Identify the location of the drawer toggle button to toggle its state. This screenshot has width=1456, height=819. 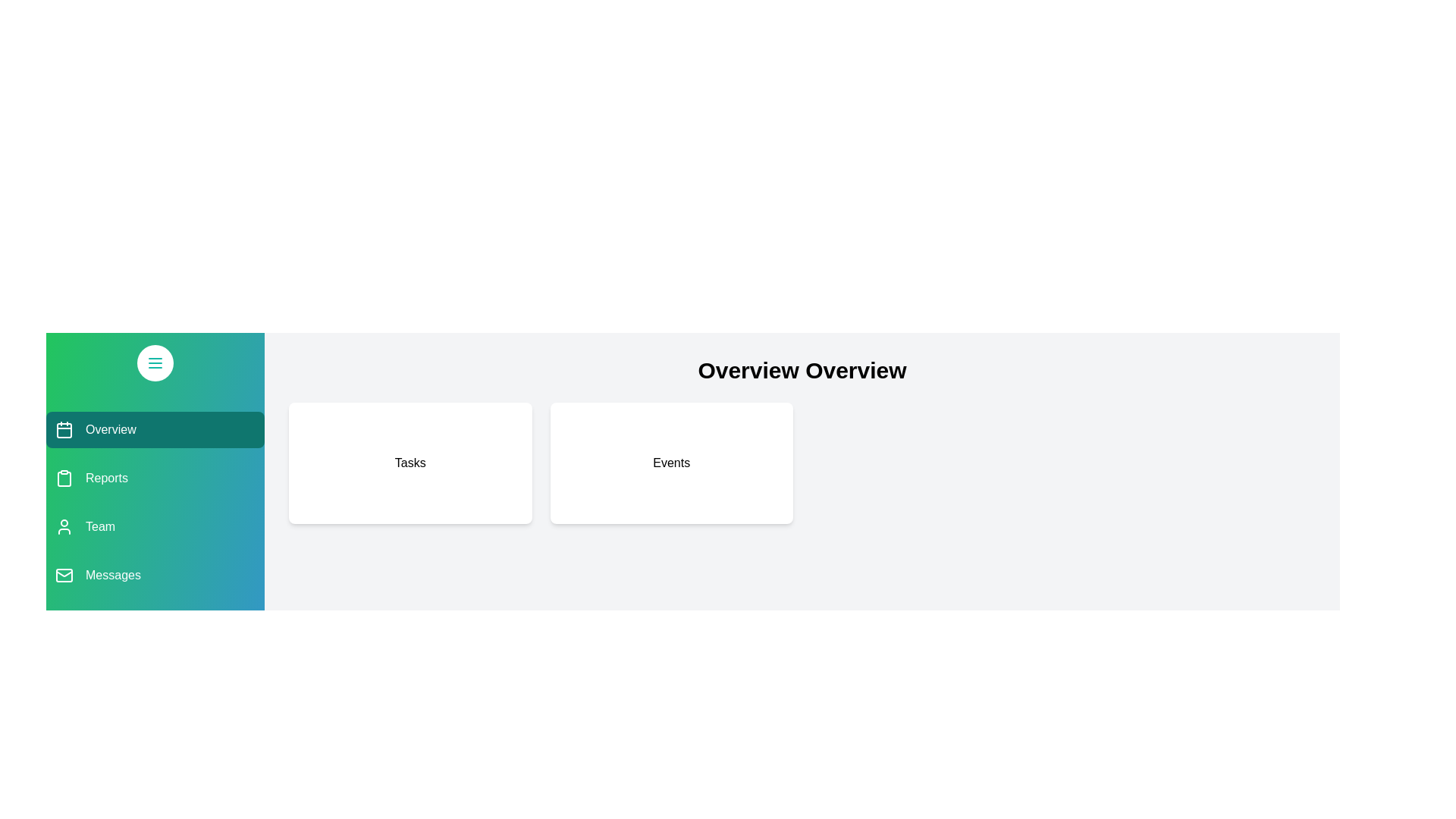
(155, 362).